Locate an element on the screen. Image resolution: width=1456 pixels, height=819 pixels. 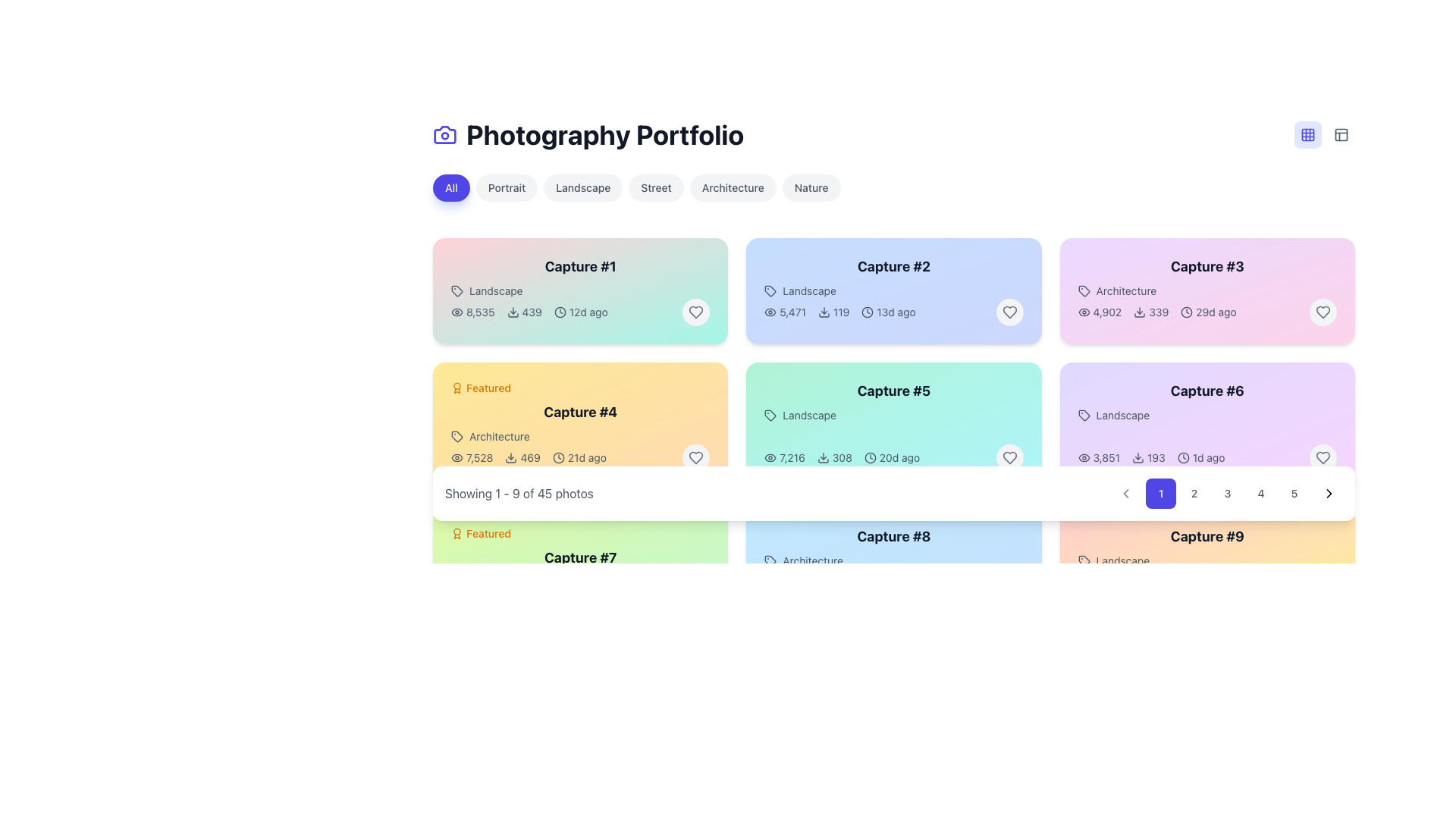
the icon button located in the top-right section of the interface, which resembles a square with a smaller square in the top-left corner is located at coordinates (1341, 133).